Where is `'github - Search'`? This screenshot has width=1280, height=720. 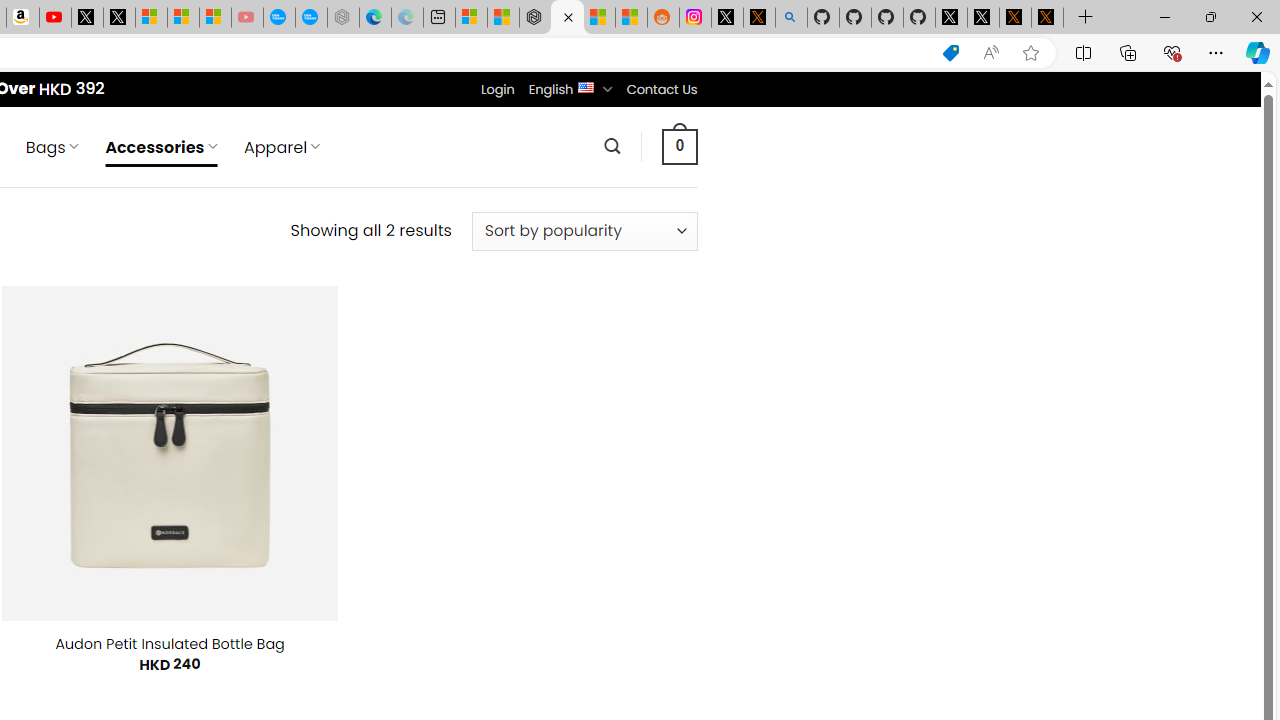
'github - Search' is located at coordinates (790, 17).